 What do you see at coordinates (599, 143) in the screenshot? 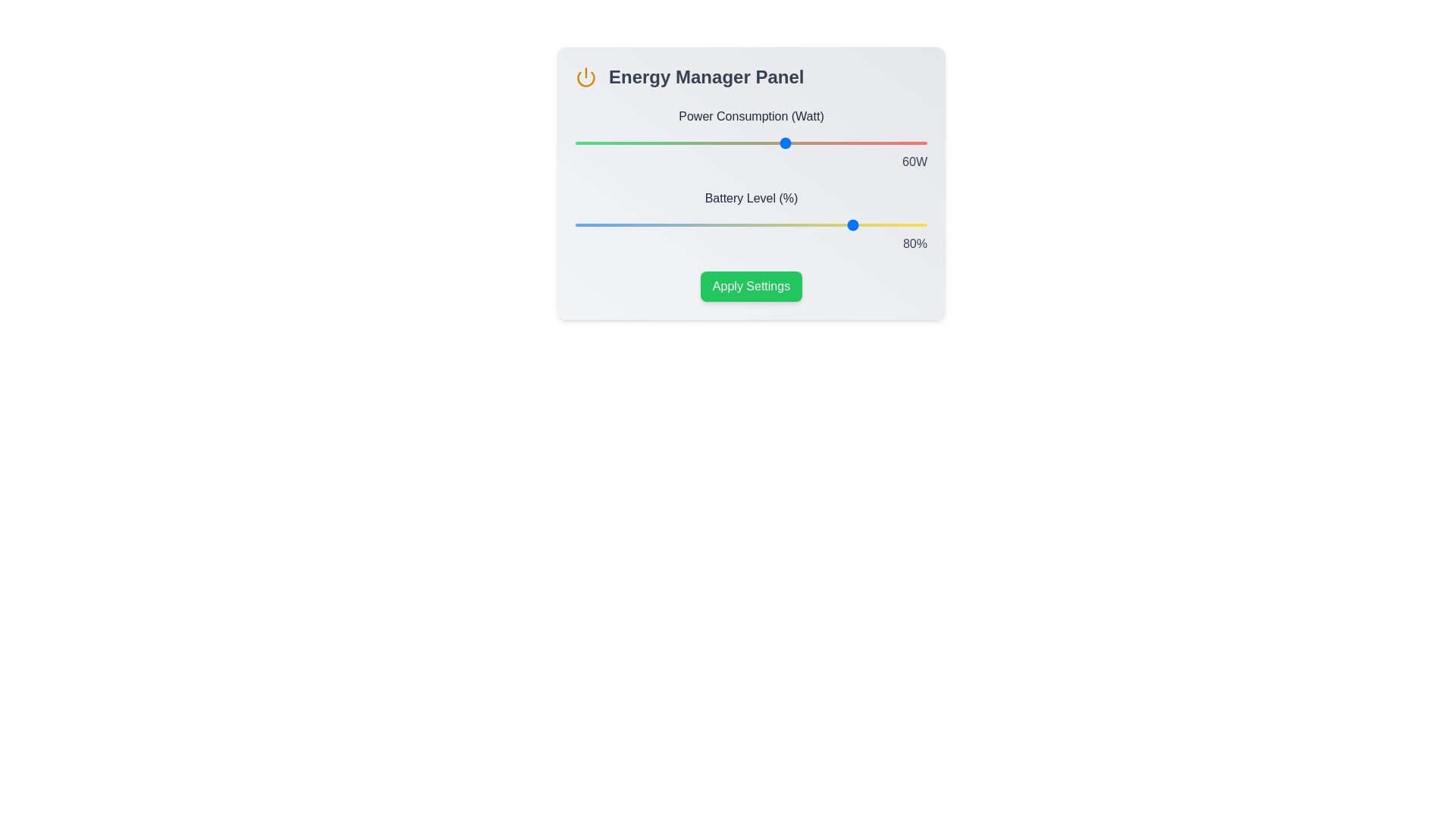
I see `the power consumption slider to 7 percent` at bounding box center [599, 143].